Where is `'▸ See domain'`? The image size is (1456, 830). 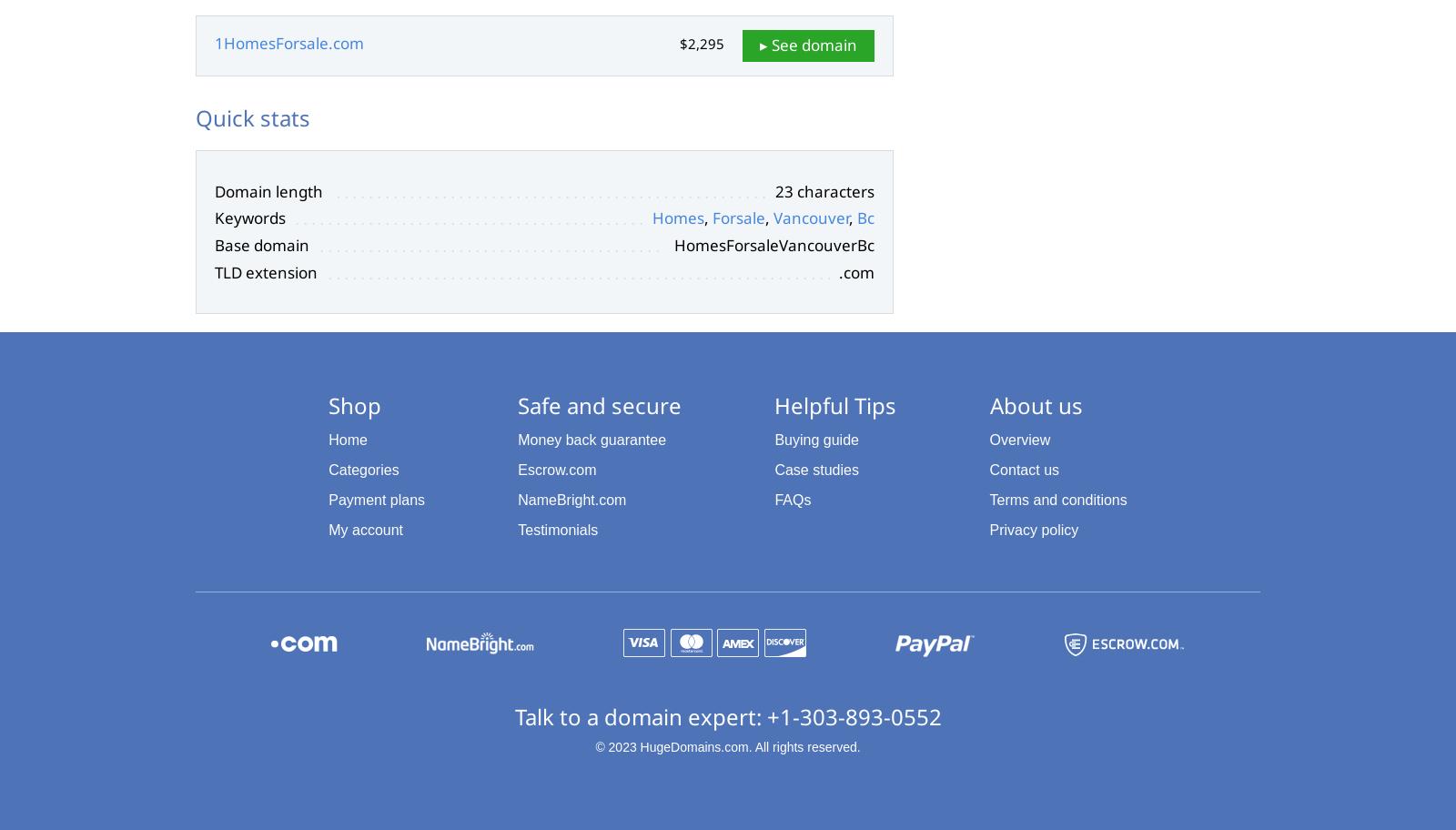
'▸ See domain' is located at coordinates (807, 44).